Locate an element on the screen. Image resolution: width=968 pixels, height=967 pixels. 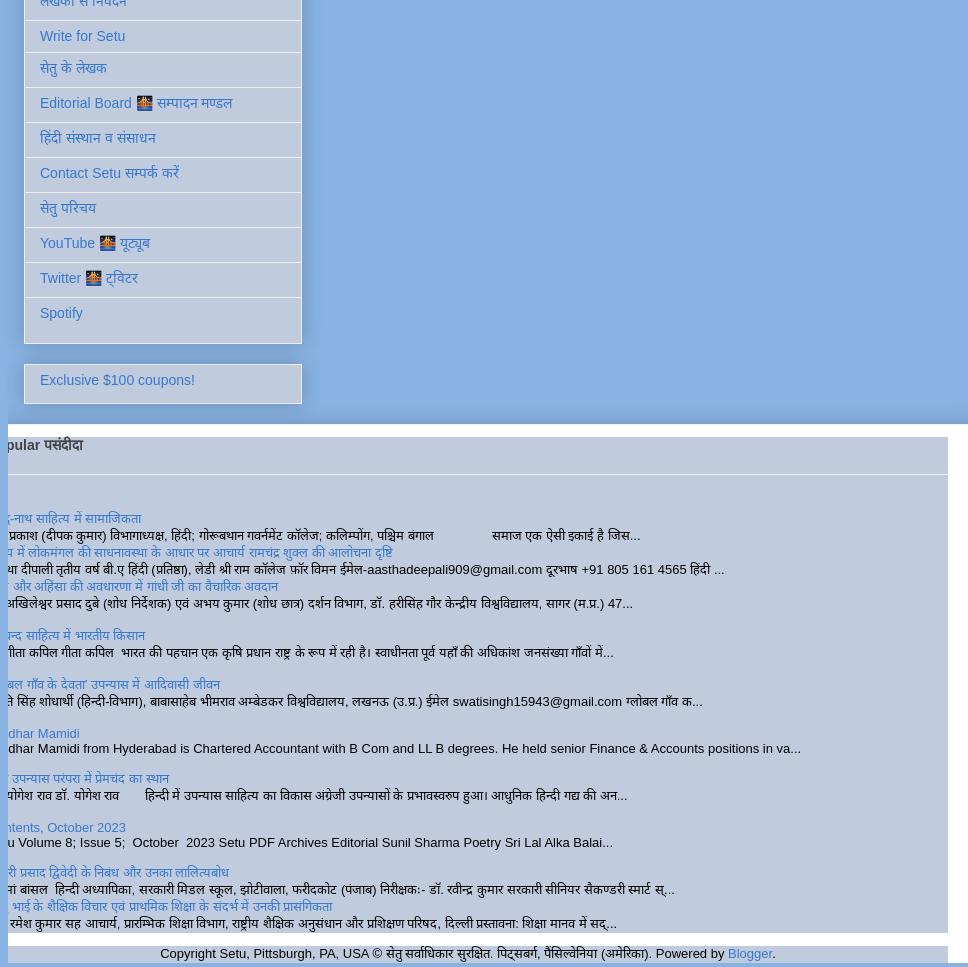
'Write for Setu' is located at coordinates (82, 35).